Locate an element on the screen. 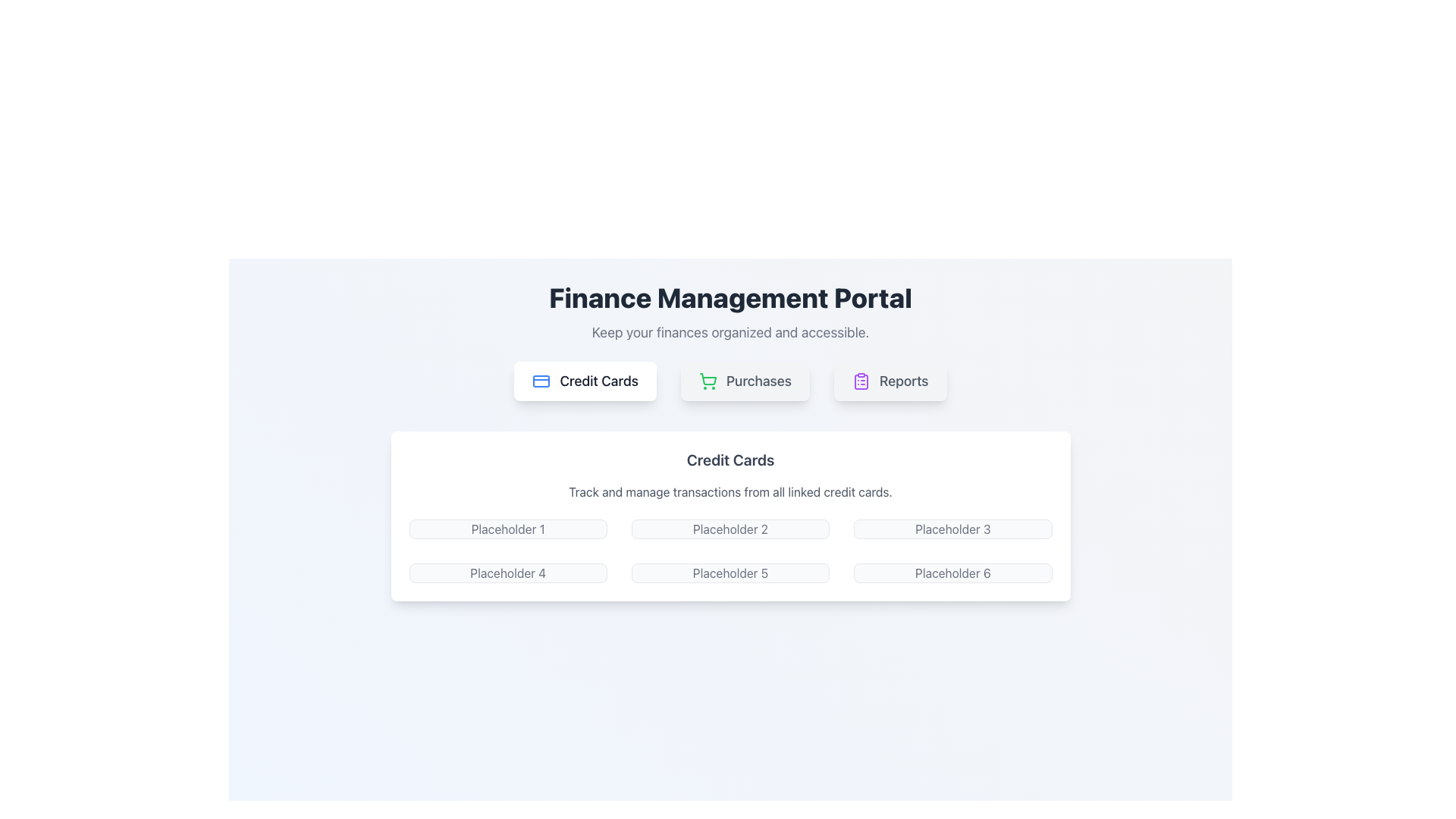  the text label displaying 'Placeholder 3' which is located at the rightmost position in the top row of a grid layout beneath the 'Credit Cards' section is located at coordinates (952, 529).